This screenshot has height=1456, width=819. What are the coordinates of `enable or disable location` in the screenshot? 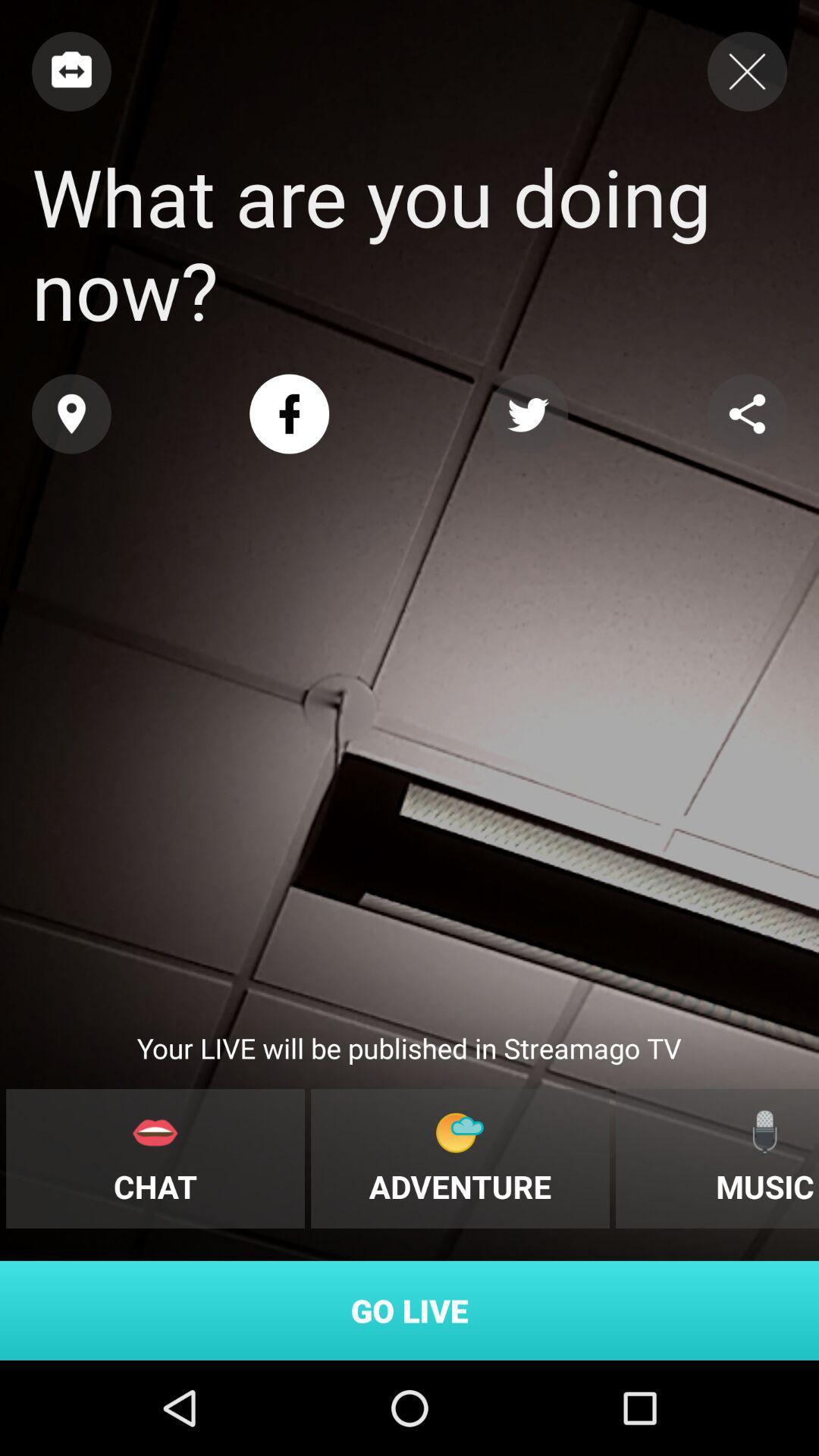 It's located at (71, 414).